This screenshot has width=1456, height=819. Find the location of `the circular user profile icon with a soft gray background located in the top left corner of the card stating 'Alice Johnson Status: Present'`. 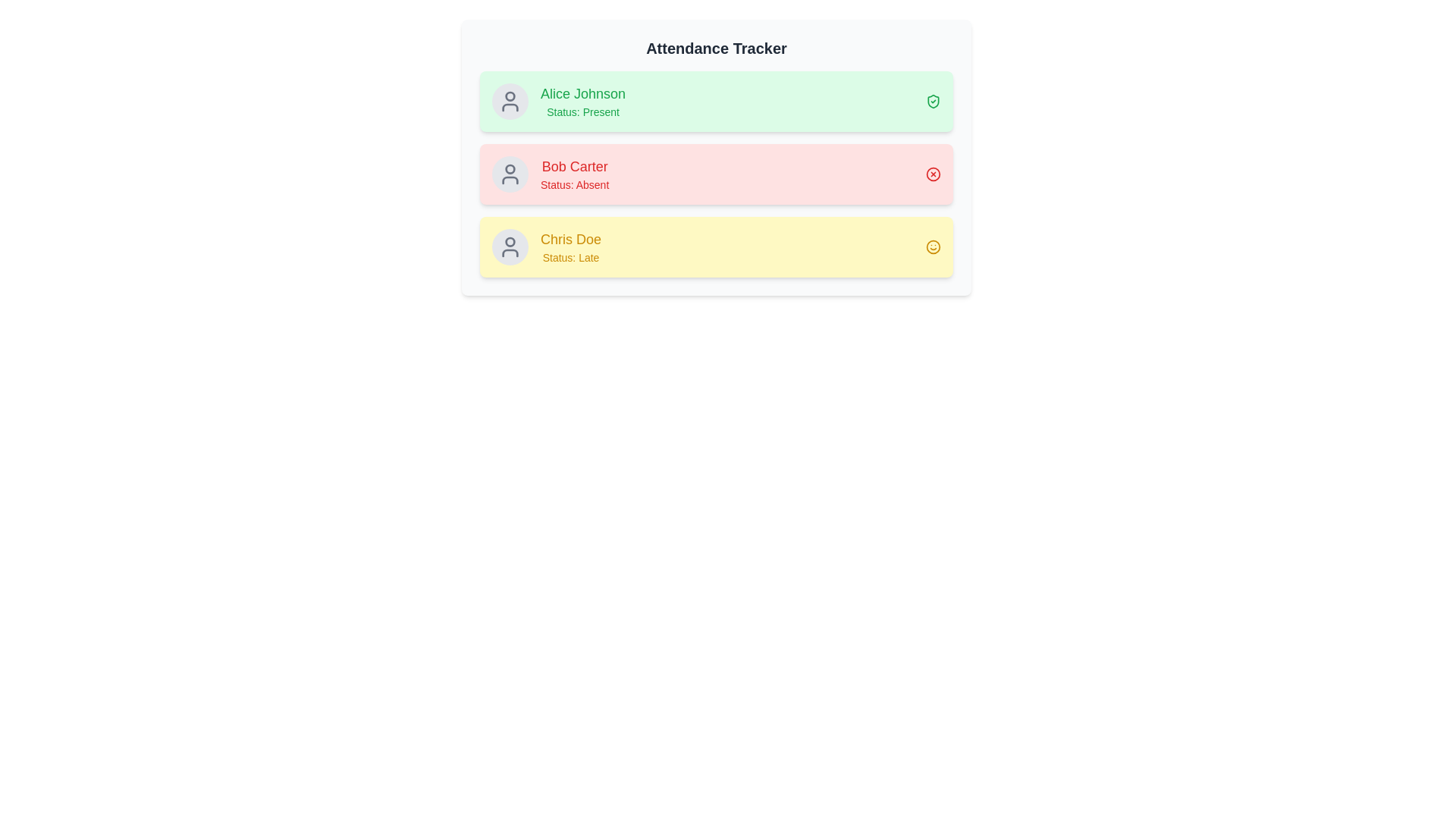

the circular user profile icon with a soft gray background located in the top left corner of the card stating 'Alice Johnson Status: Present' is located at coordinates (510, 102).